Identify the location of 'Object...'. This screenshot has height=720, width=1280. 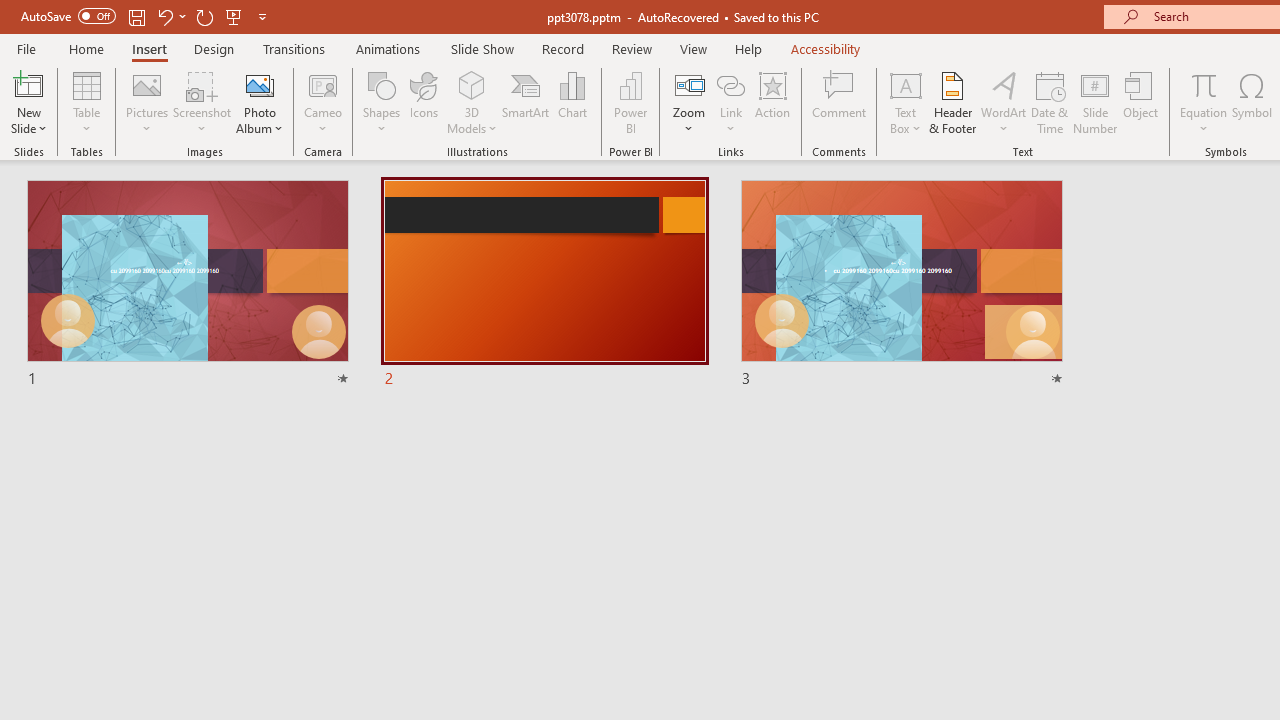
(1141, 103).